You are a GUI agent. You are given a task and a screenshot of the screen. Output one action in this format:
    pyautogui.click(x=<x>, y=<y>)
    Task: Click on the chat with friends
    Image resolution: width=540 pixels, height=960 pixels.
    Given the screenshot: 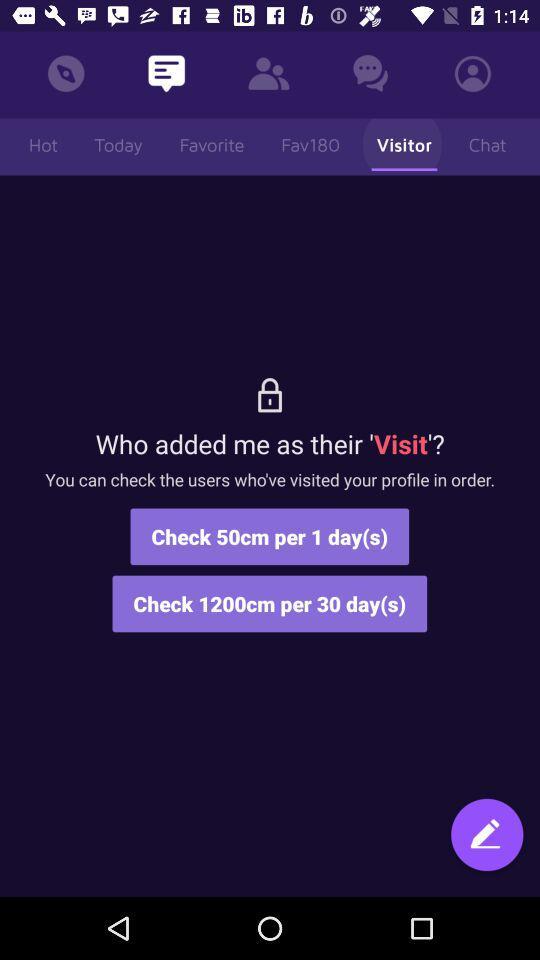 What is the action you would take?
    pyautogui.click(x=486, y=843)
    